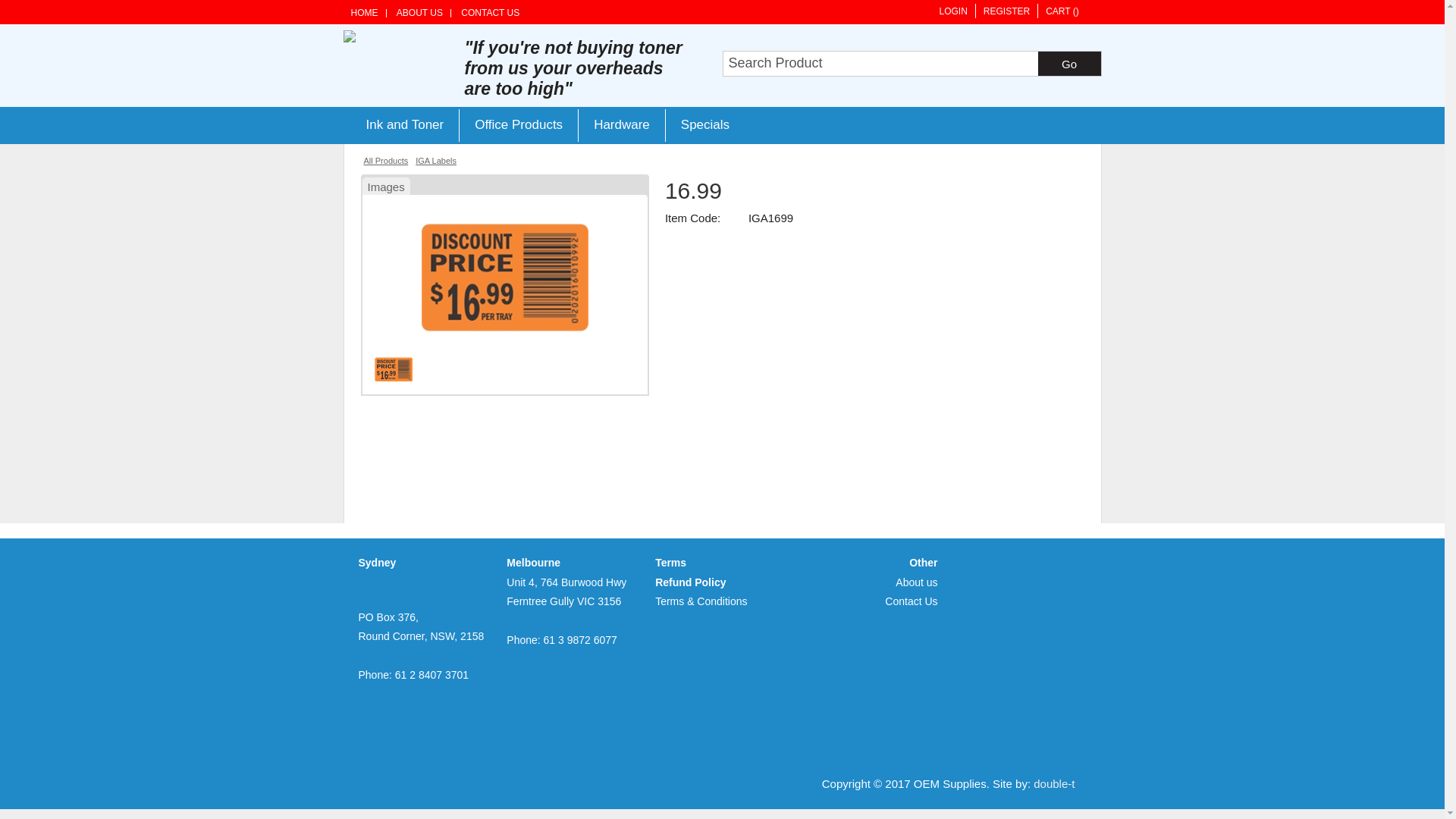  I want to click on 'Show this Image', so click(375, 369).